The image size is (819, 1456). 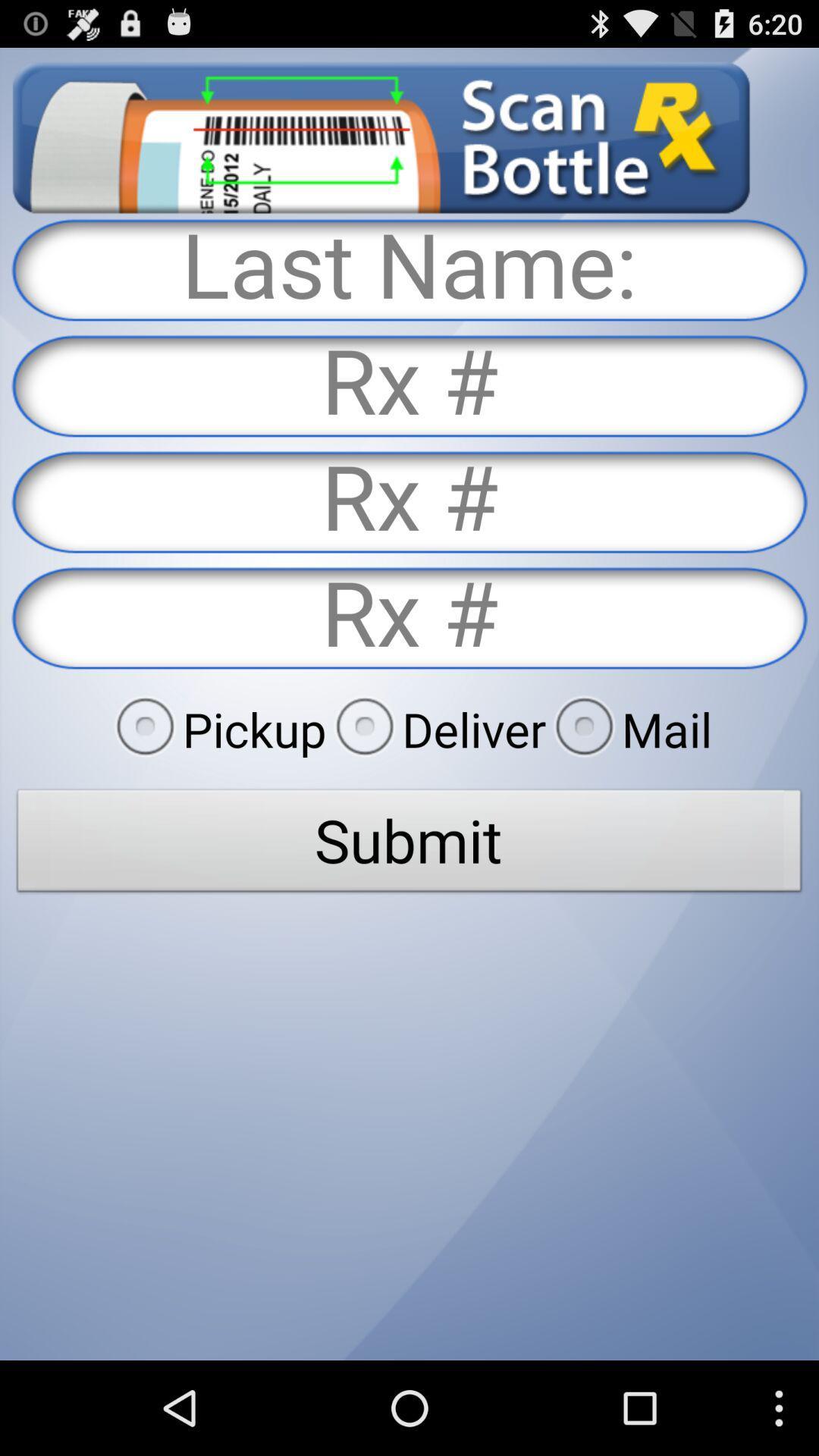 I want to click on icon next to mail, so click(x=436, y=729).